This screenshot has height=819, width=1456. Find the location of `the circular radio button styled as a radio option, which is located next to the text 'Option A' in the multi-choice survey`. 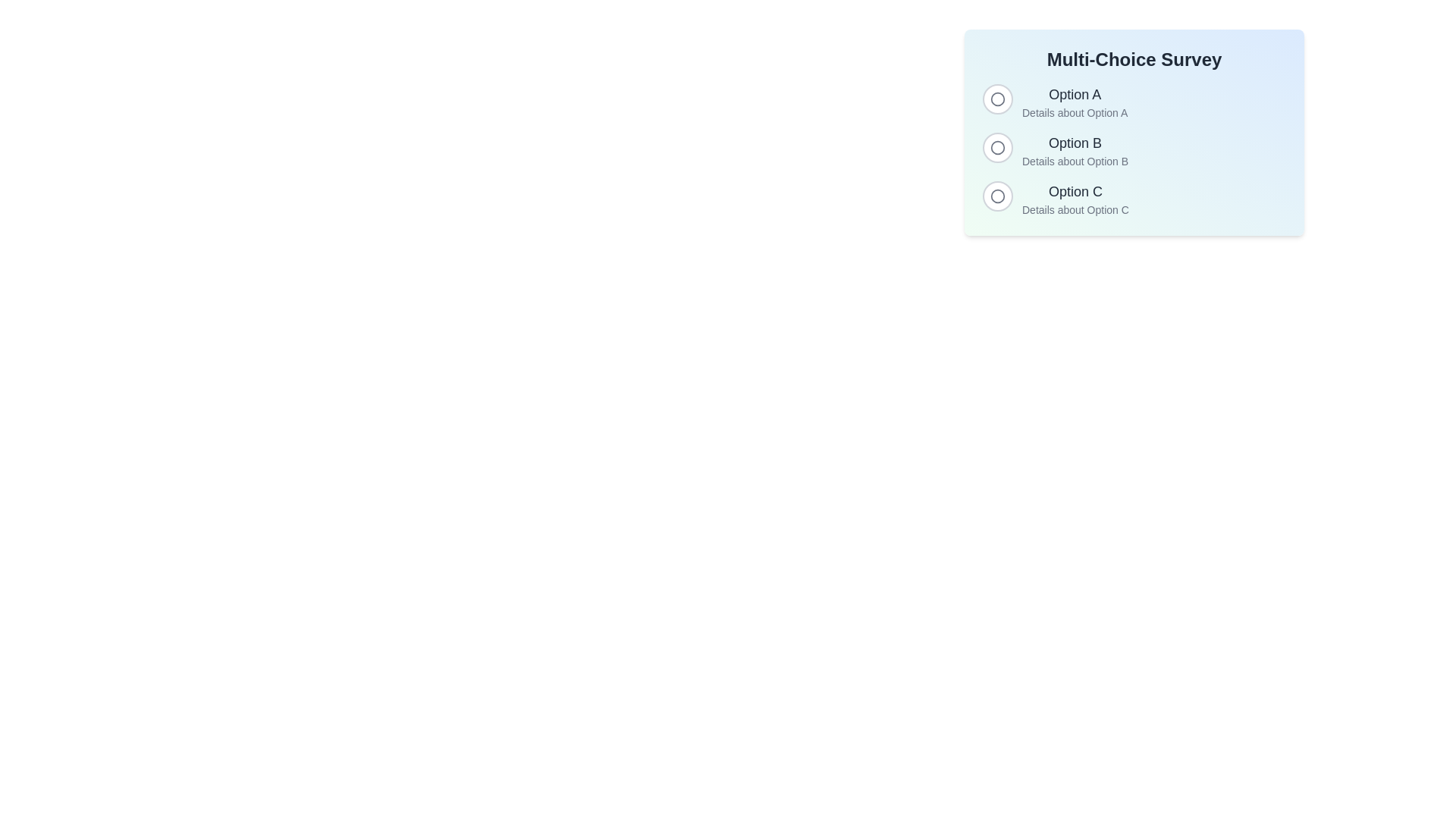

the circular radio button styled as a radio option, which is located next to the text 'Option A' in the multi-choice survey is located at coordinates (997, 99).